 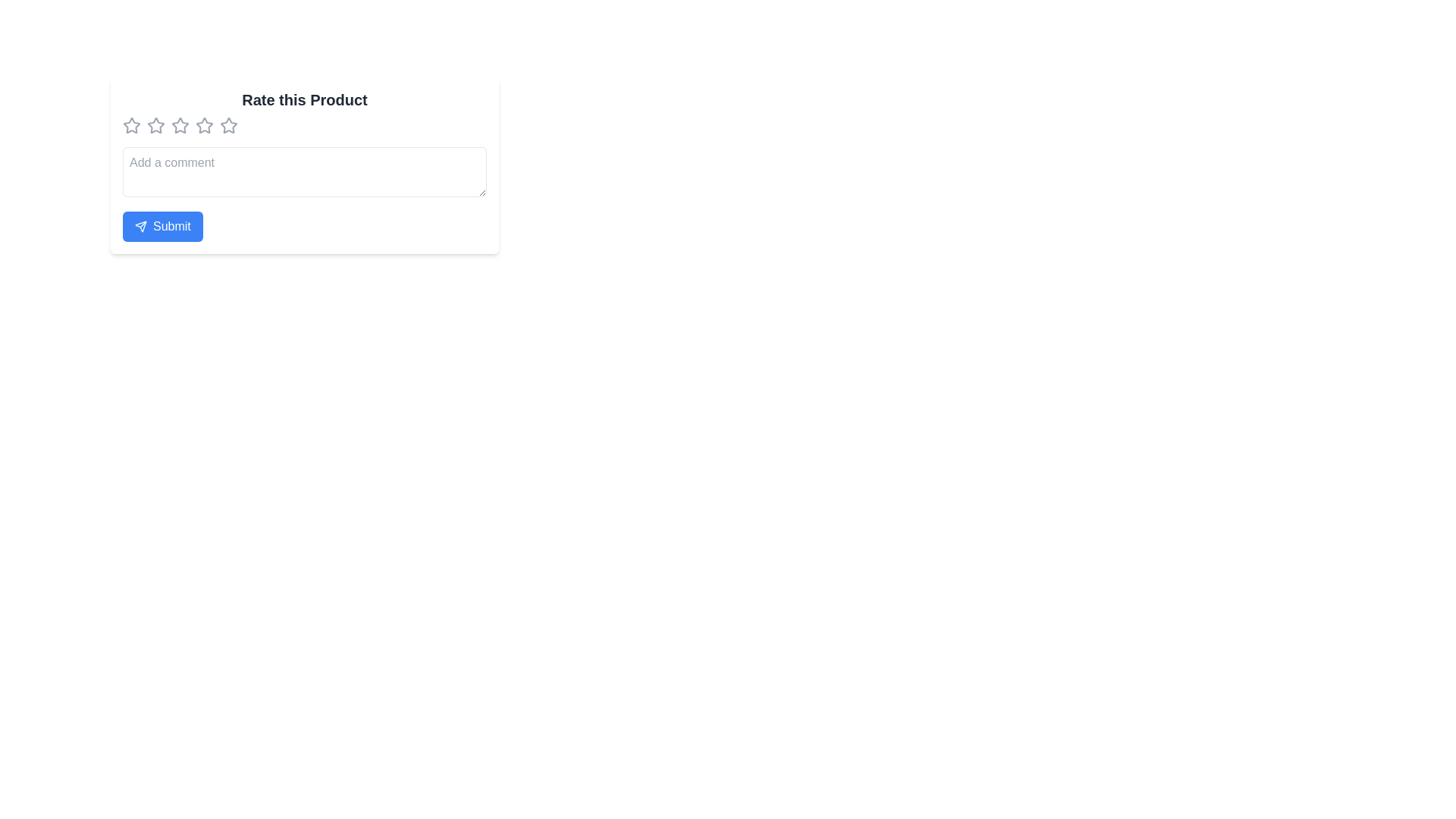 What do you see at coordinates (180, 124) in the screenshot?
I see `the second star icon in the five-star rating system` at bounding box center [180, 124].